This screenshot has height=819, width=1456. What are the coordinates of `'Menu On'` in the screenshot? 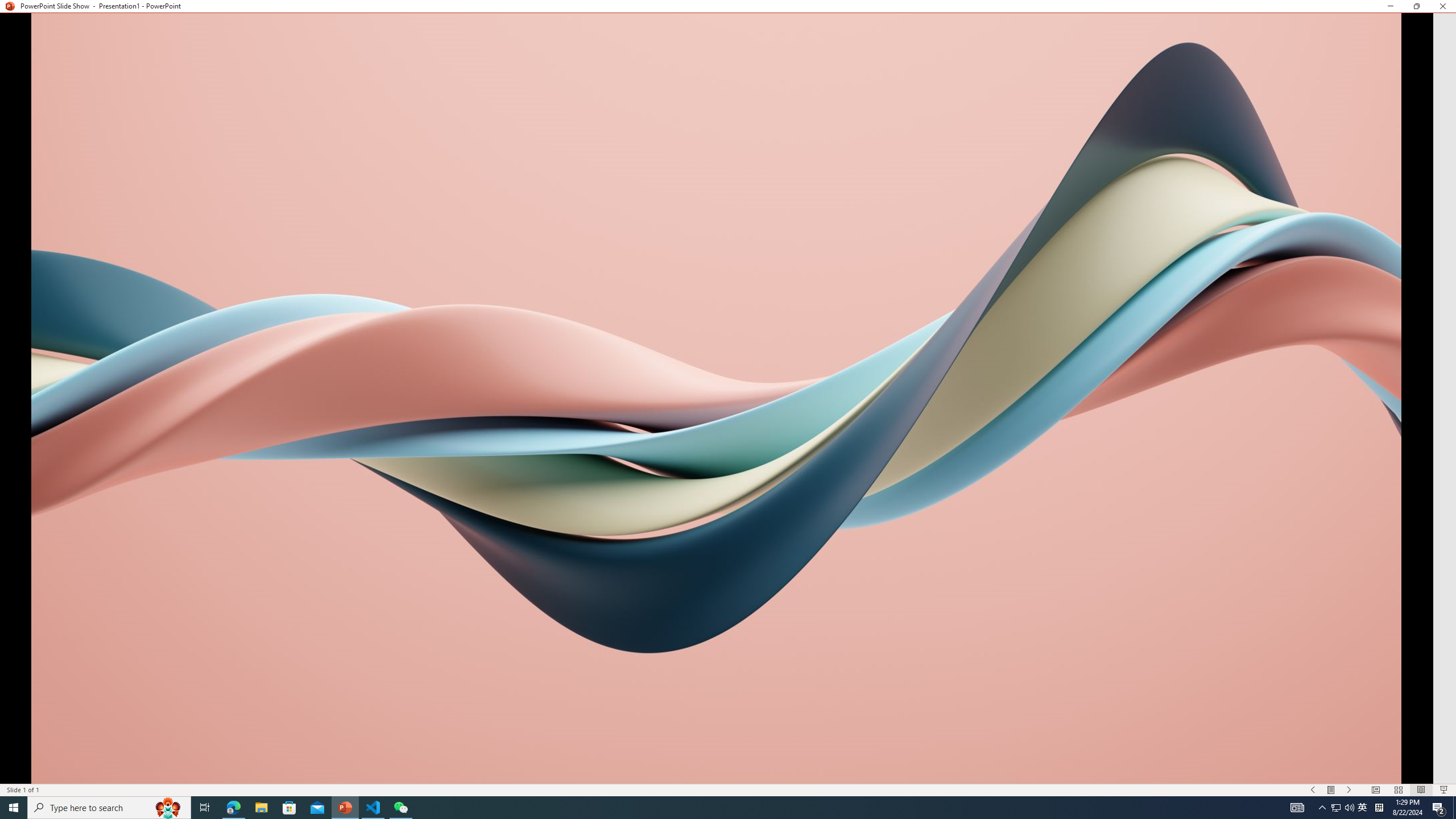 It's located at (1331, 790).